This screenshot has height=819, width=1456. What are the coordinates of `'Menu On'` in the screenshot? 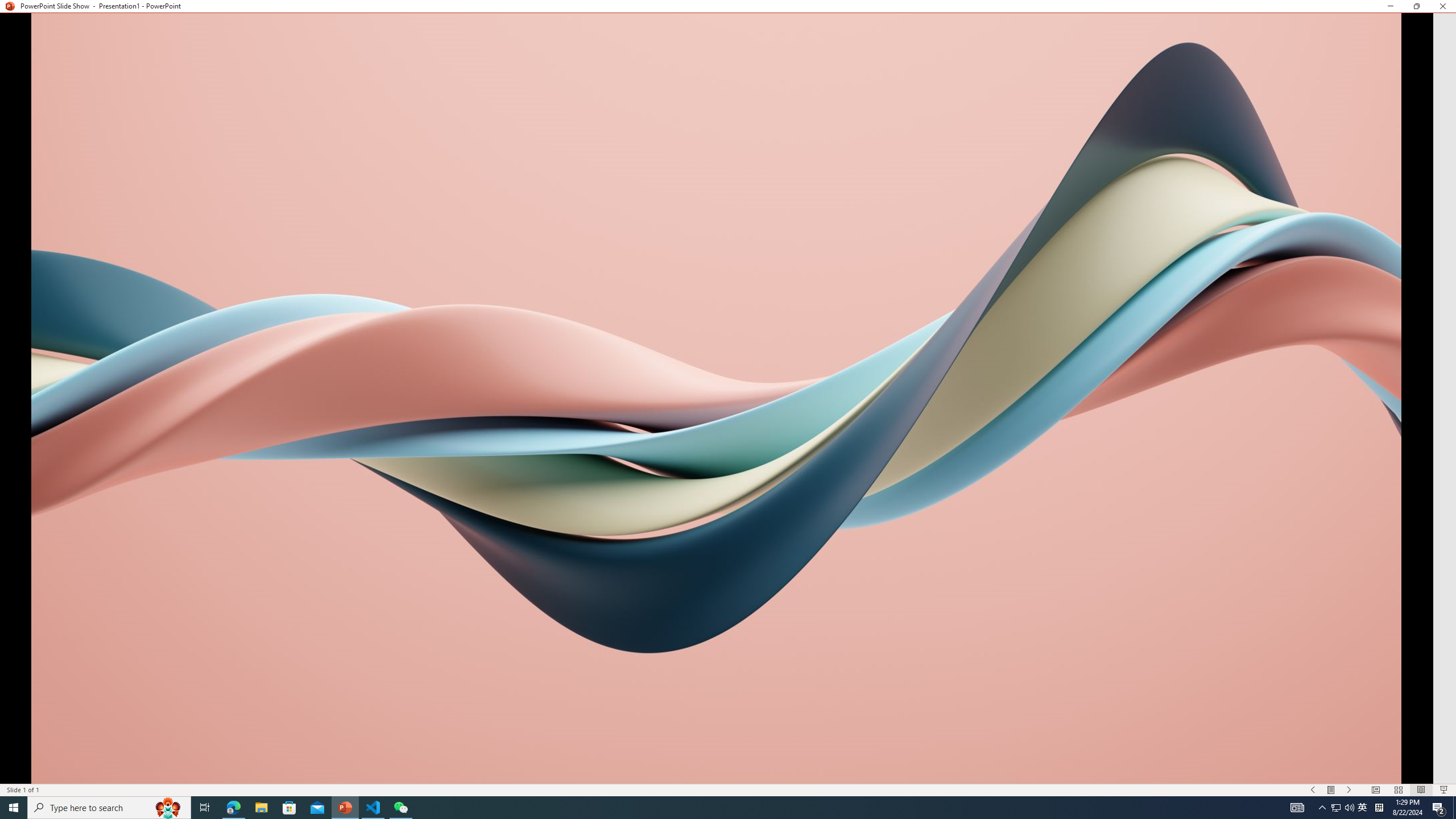 It's located at (1331, 790).